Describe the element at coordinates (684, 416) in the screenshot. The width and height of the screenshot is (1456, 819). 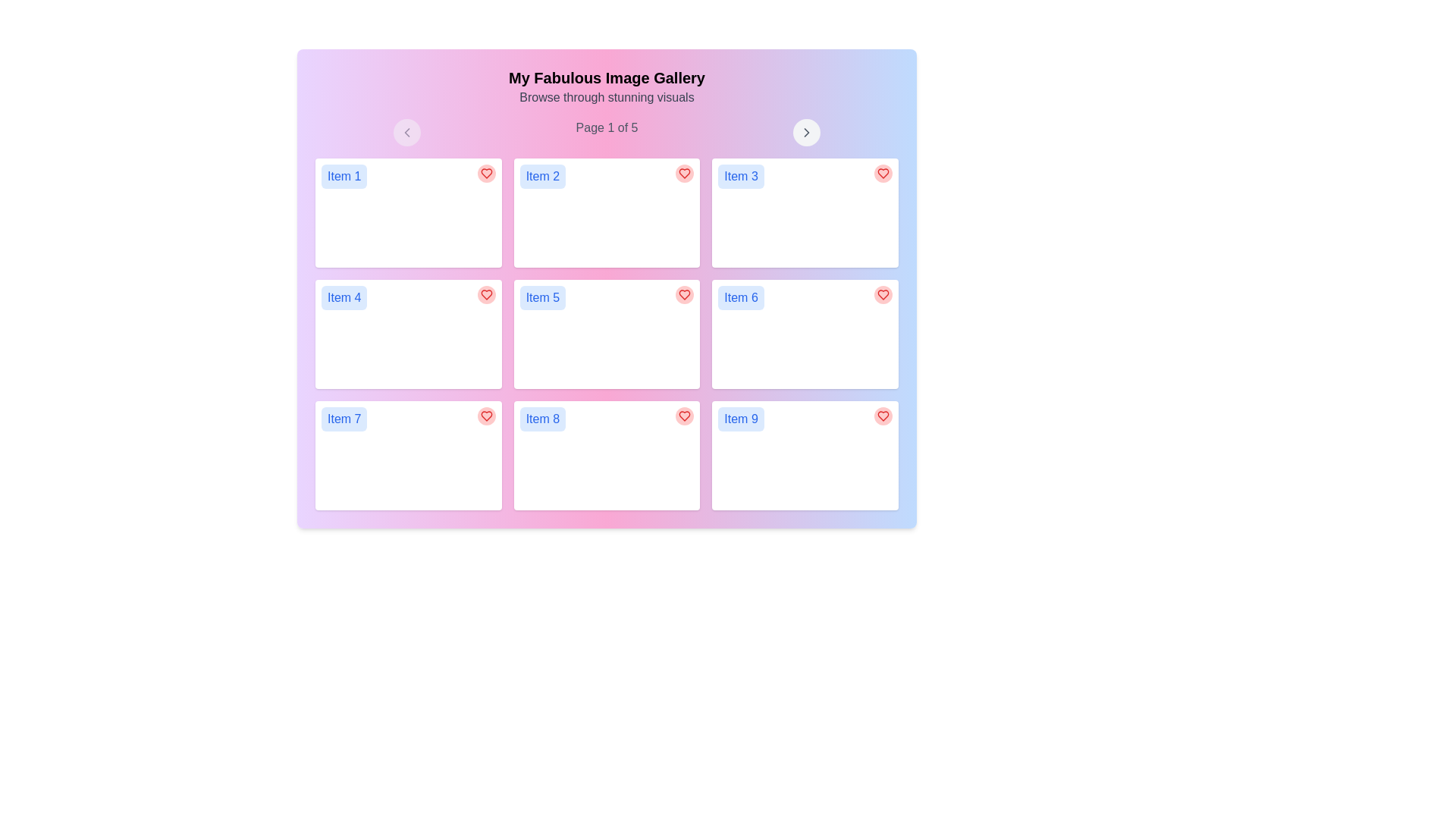
I see `the favorite (heart) icon button associated with 'Item 8'` at that location.